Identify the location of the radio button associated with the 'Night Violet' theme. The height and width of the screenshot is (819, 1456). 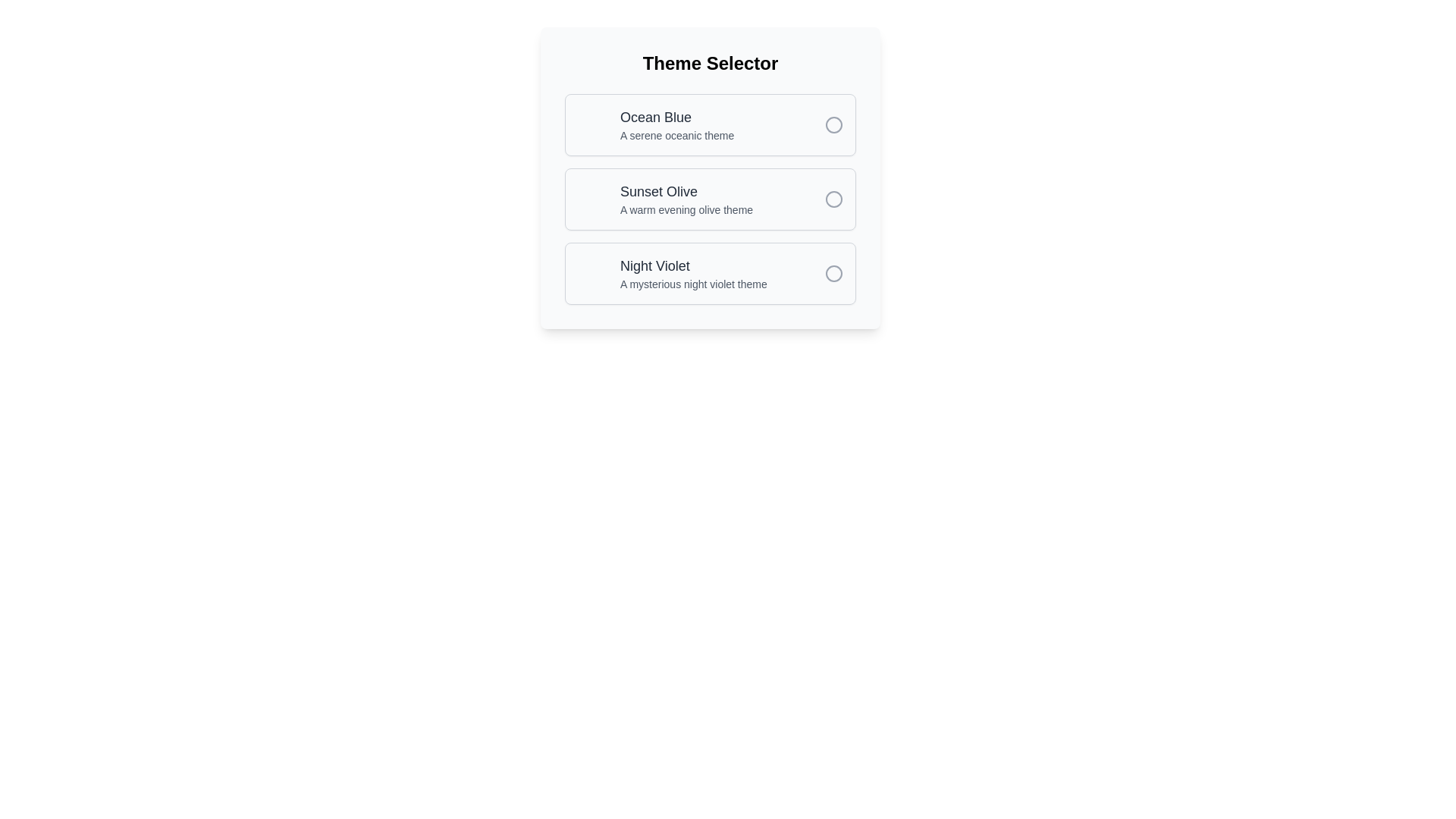
(833, 274).